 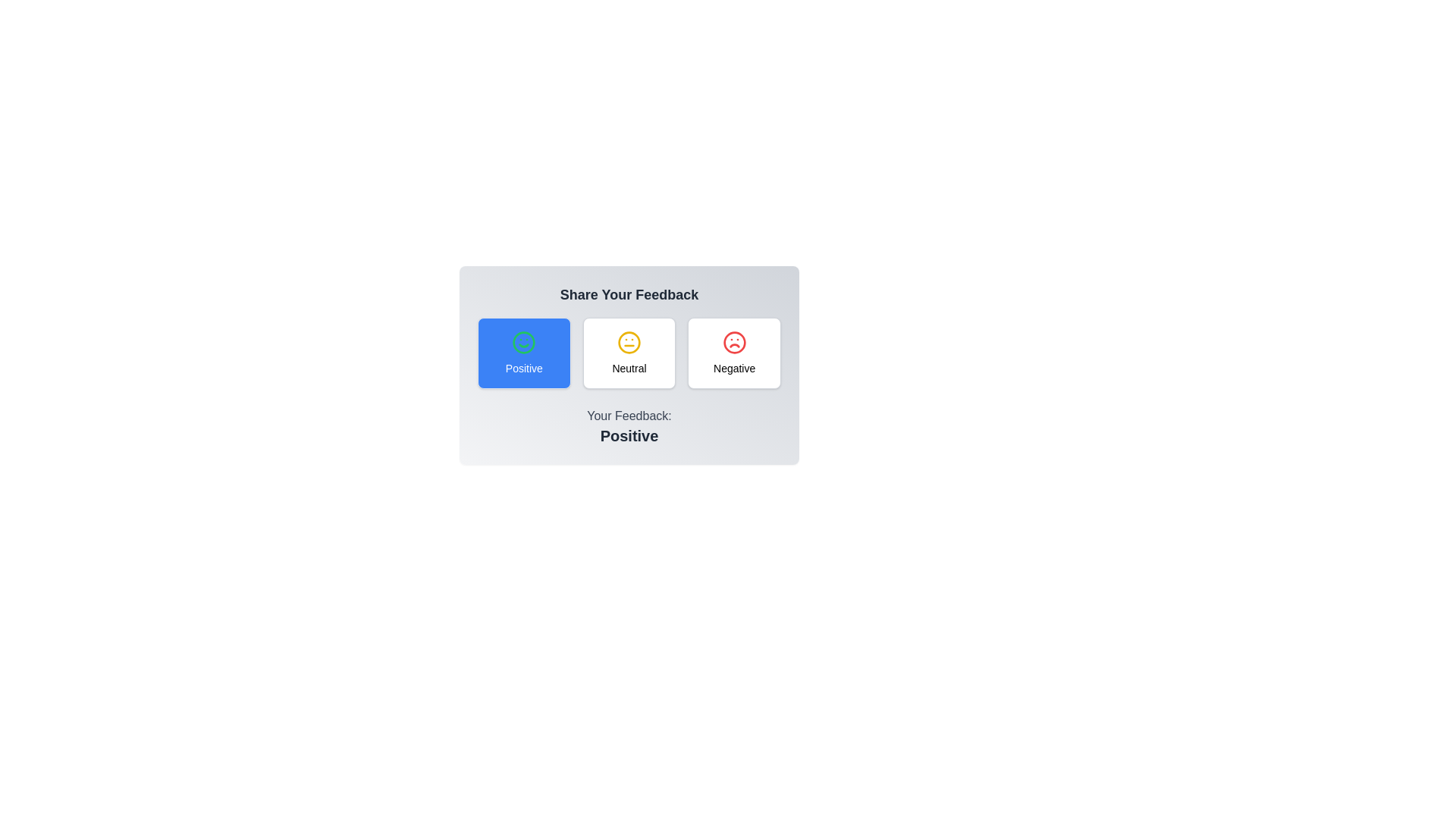 What do you see at coordinates (524, 353) in the screenshot?
I see `the feedback option Positive` at bounding box center [524, 353].